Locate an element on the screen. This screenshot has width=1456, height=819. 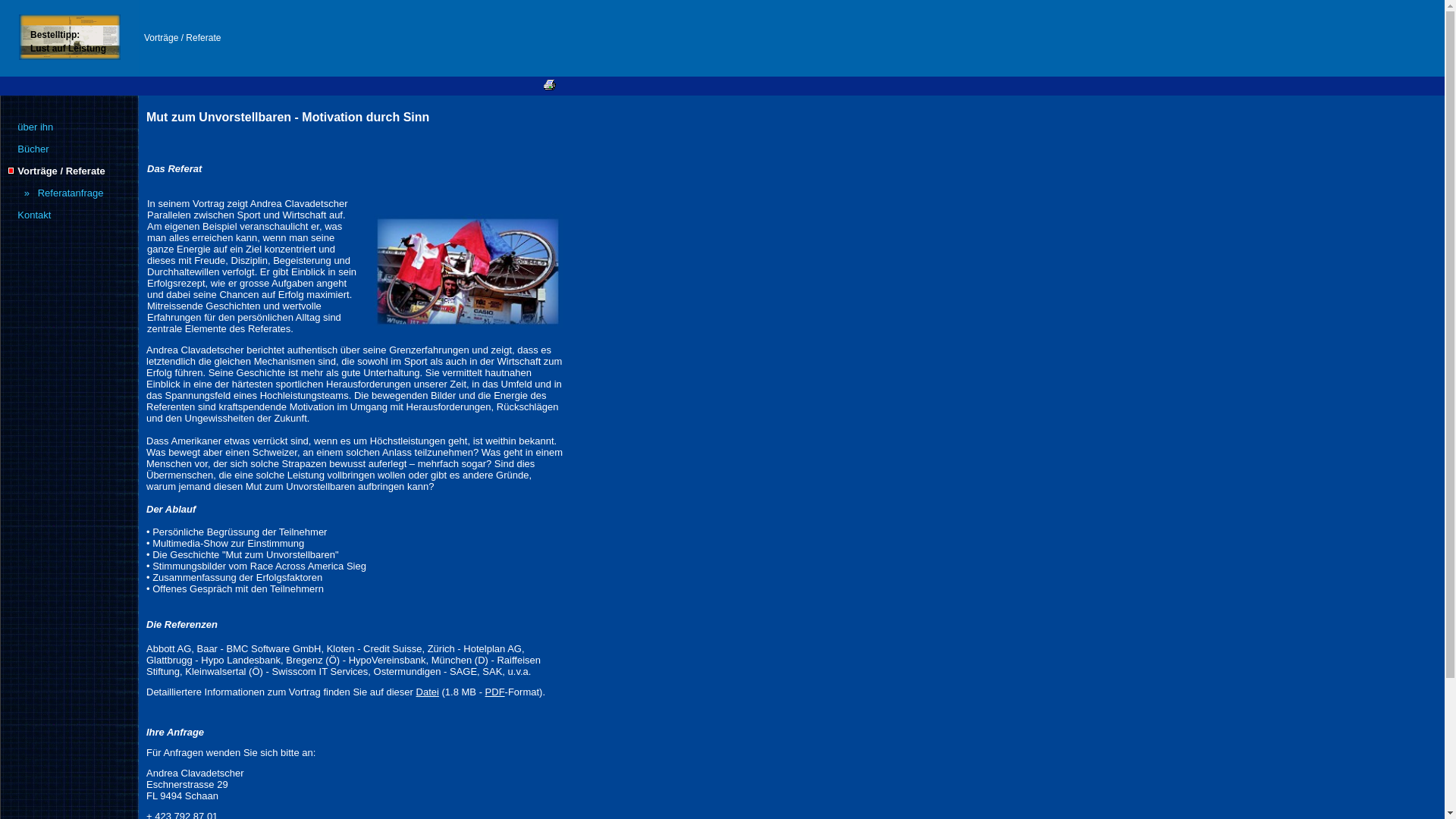
'Bestelltipp: is located at coordinates (67, 40).